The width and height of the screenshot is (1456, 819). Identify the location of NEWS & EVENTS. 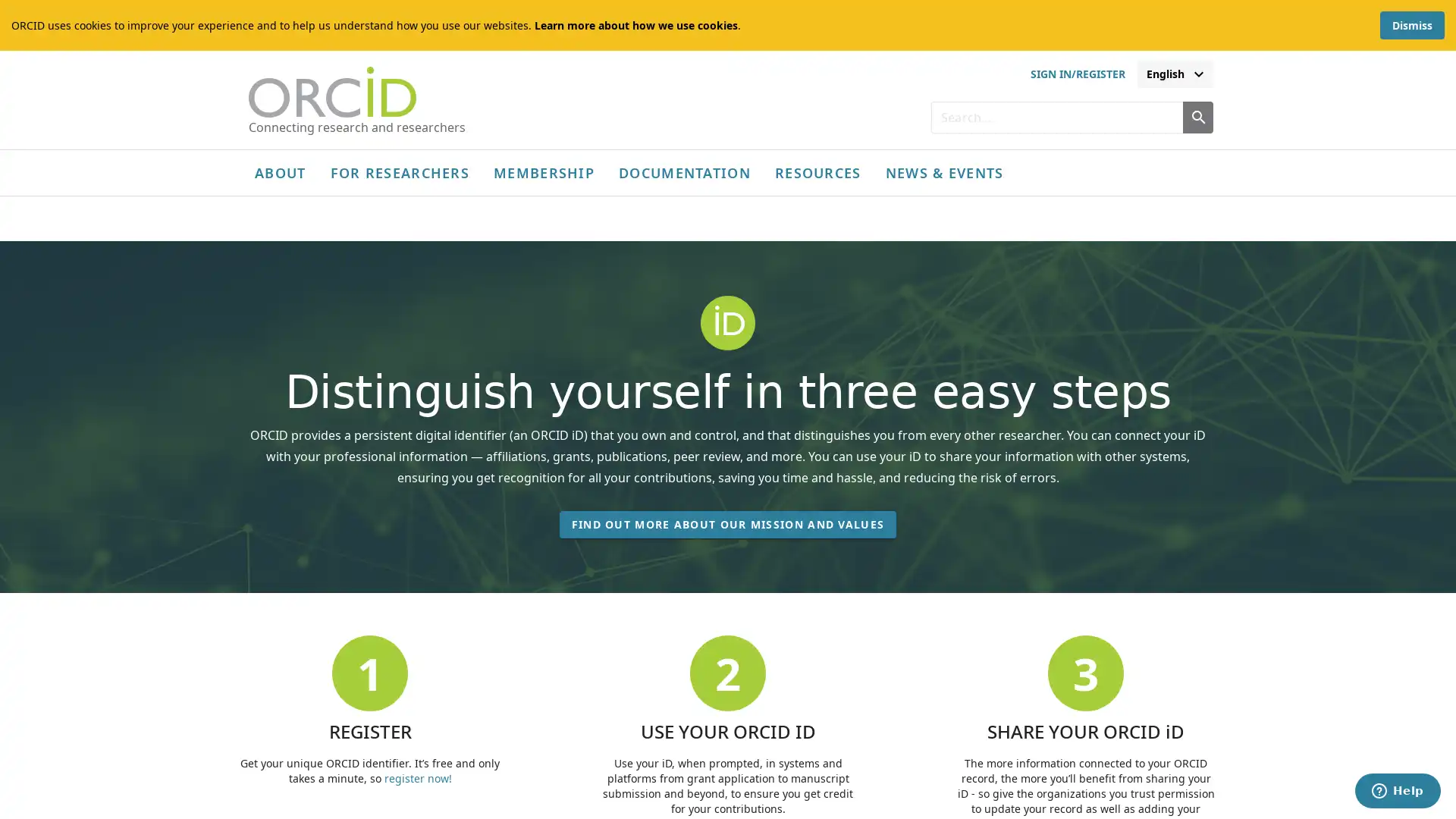
(943, 171).